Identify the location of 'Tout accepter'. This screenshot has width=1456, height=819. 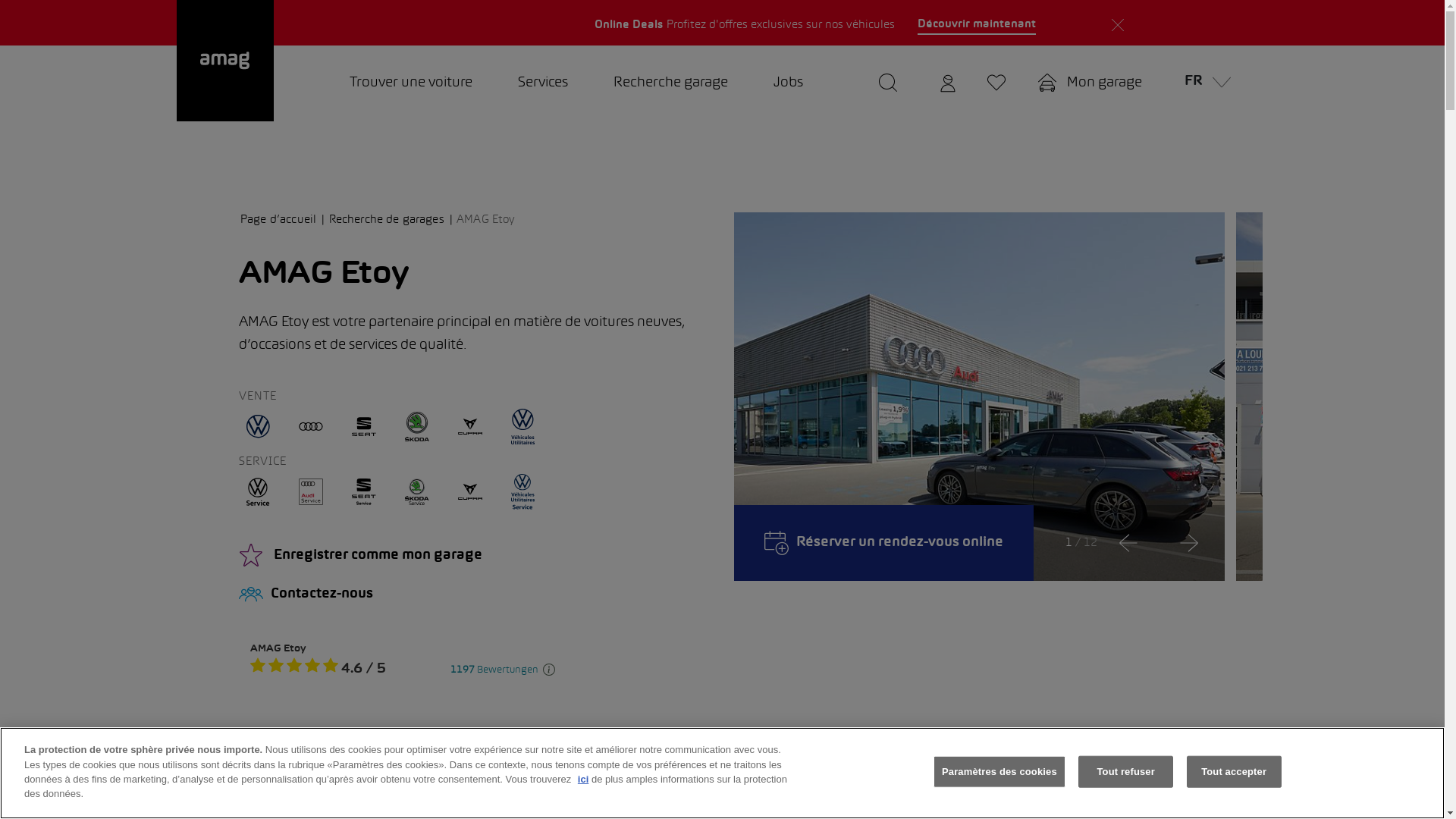
(1185, 772).